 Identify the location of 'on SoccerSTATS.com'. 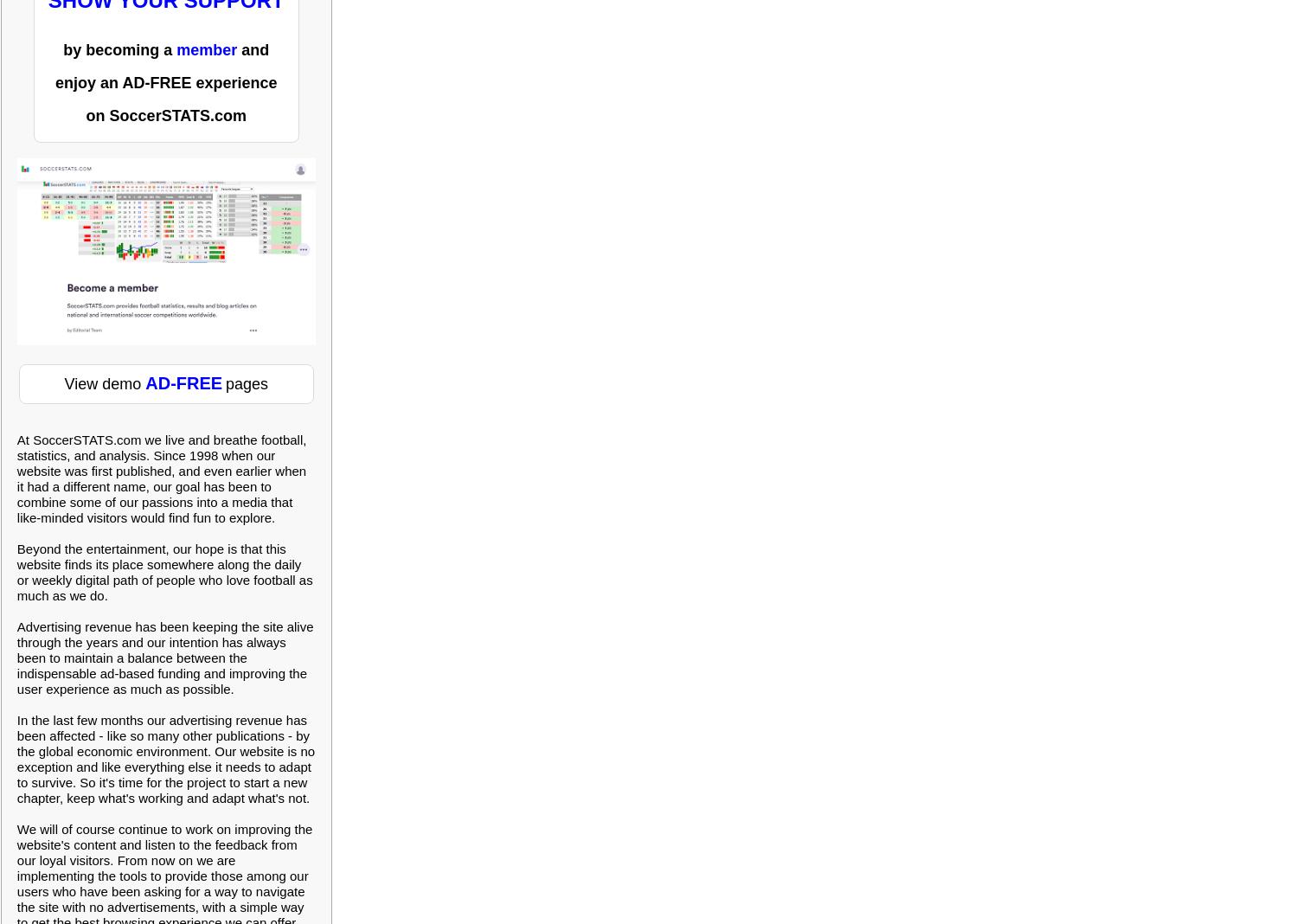
(165, 116).